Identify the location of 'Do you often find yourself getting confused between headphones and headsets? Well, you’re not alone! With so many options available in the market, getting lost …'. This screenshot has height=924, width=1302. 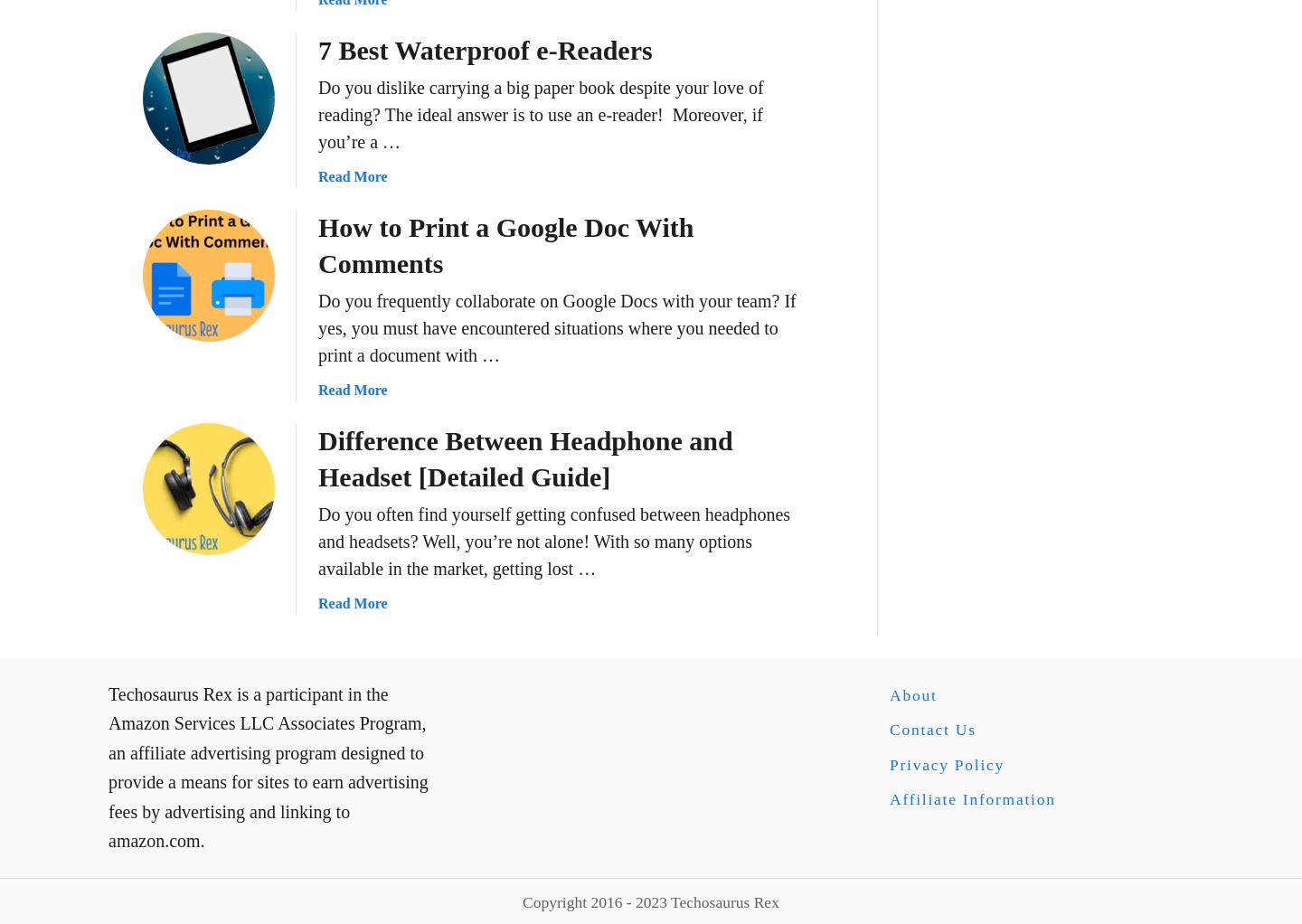
(317, 539).